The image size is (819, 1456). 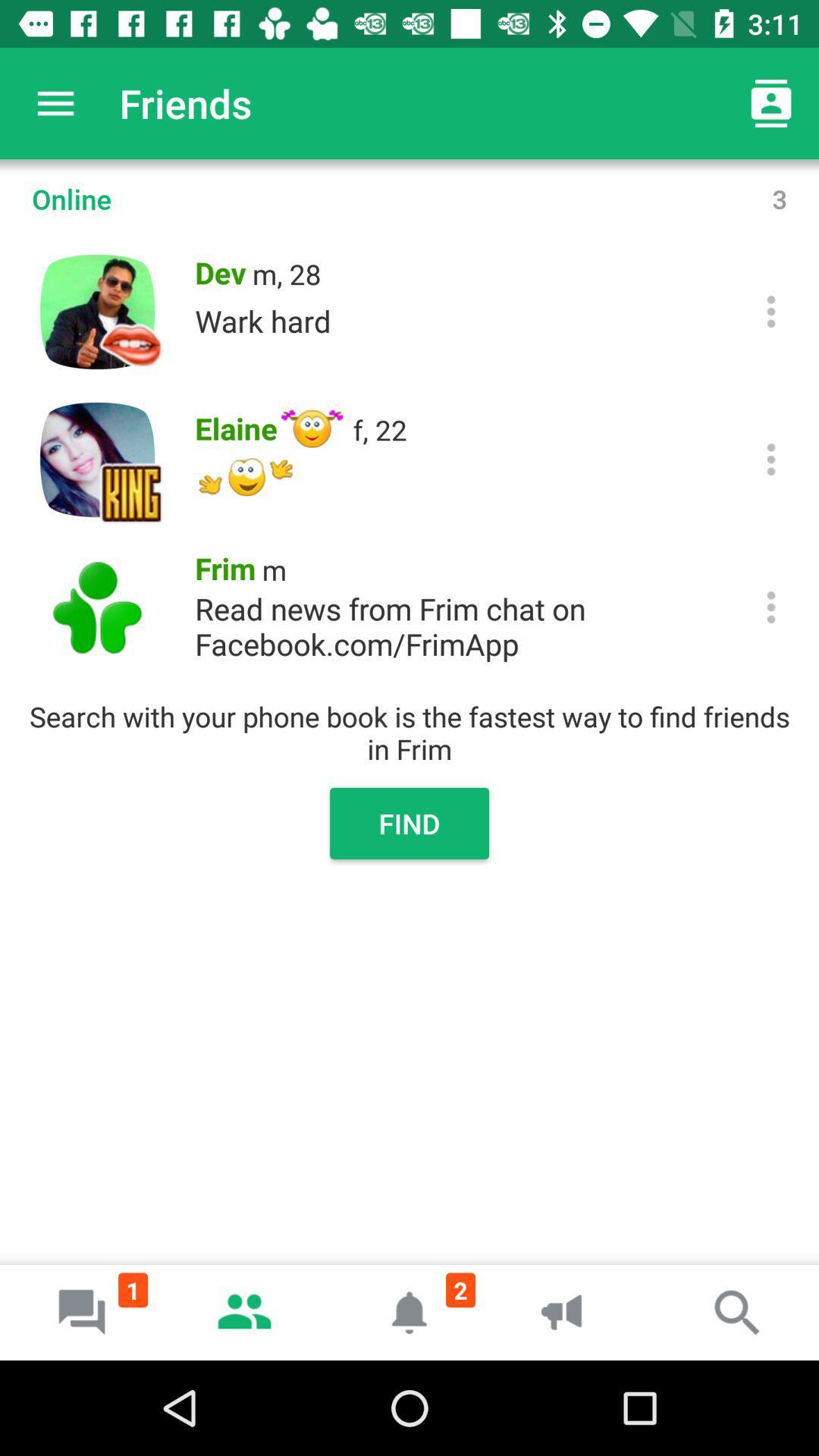 What do you see at coordinates (771, 607) in the screenshot?
I see `click more information` at bounding box center [771, 607].